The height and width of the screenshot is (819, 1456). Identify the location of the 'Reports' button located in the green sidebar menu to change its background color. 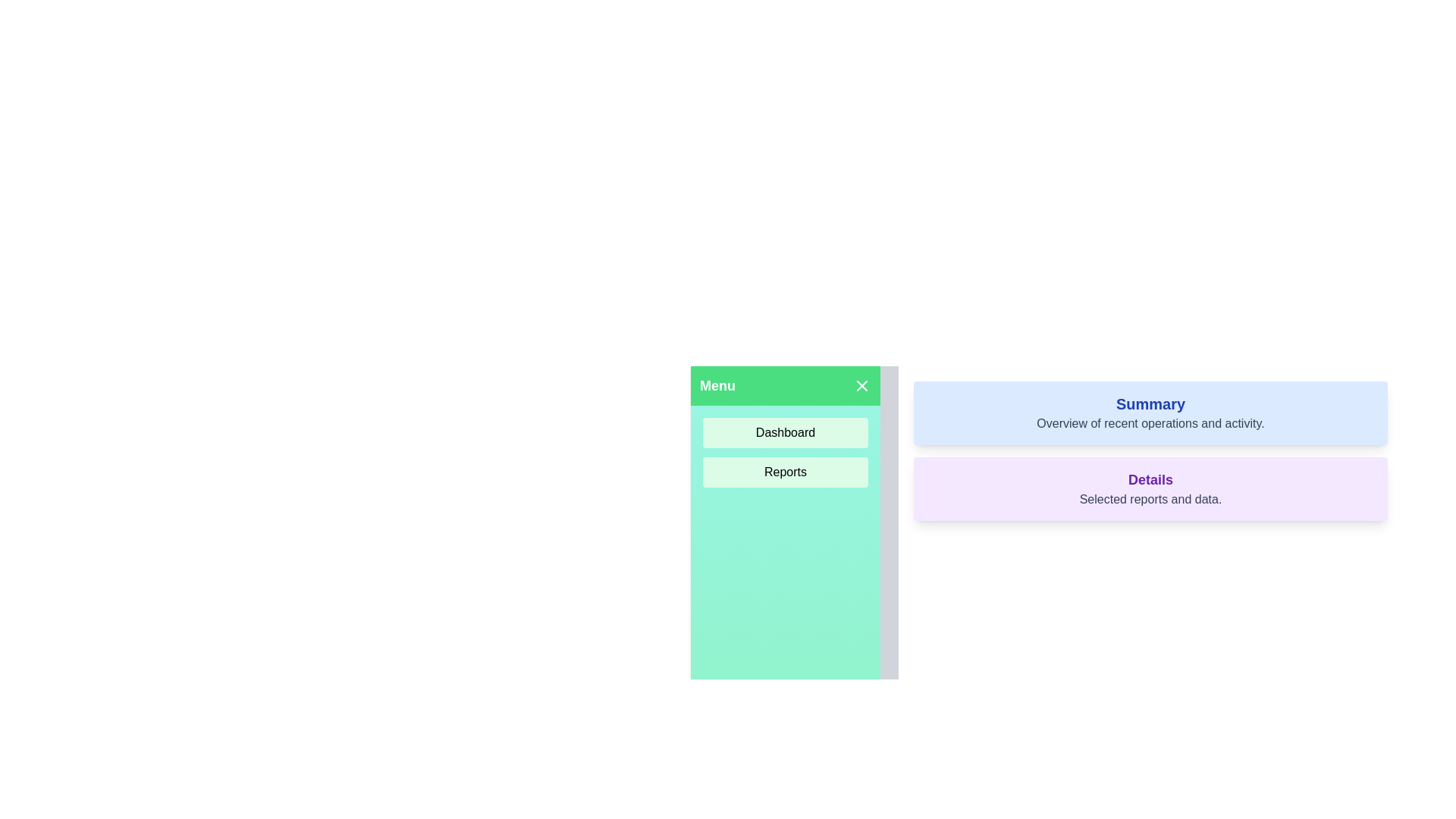
(786, 472).